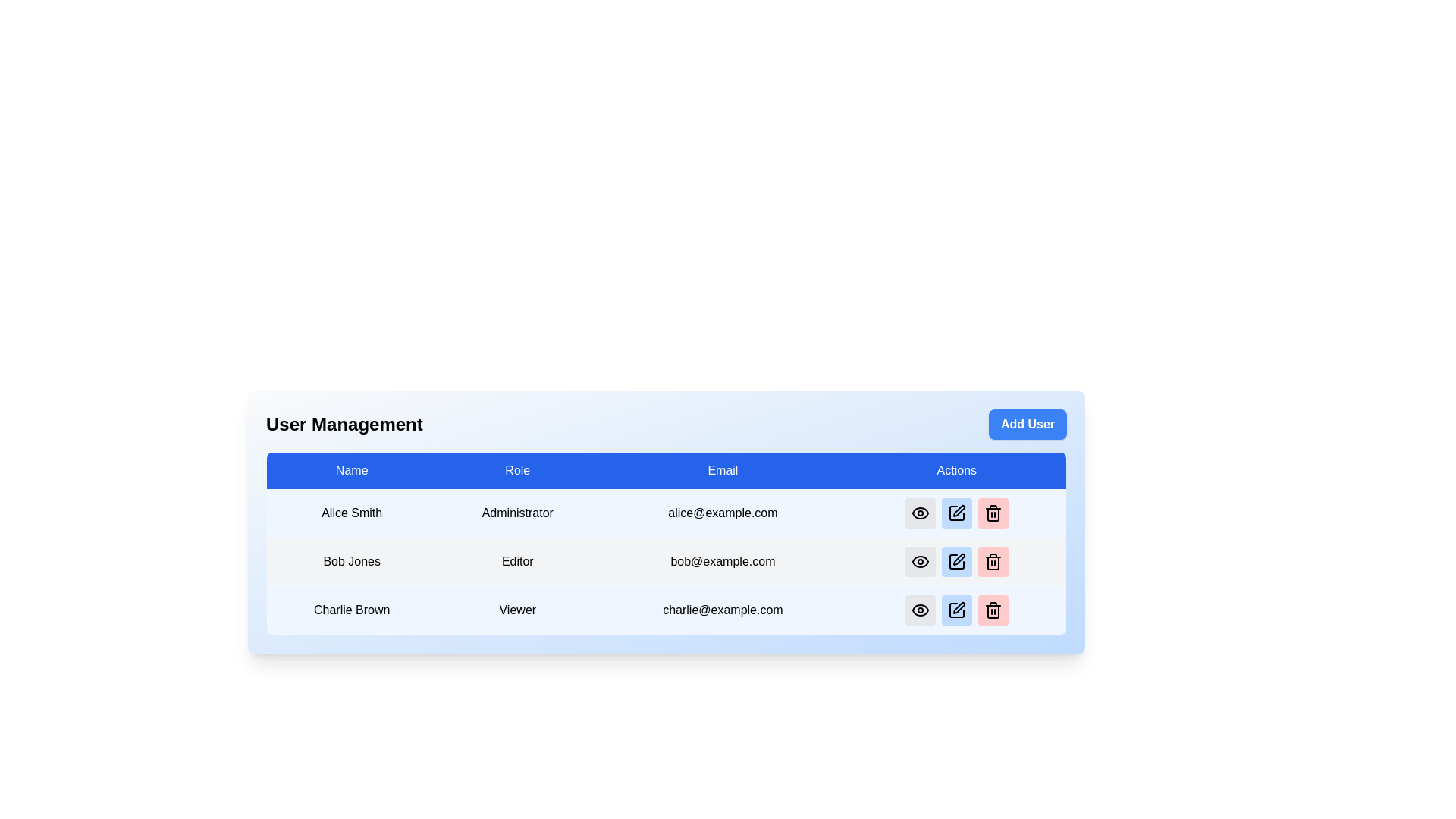 Image resolution: width=1456 pixels, height=819 pixels. What do you see at coordinates (350, 513) in the screenshot?
I see `the text label displaying 'Alice Smith', which is the first entry in the 'Name' column of the table` at bounding box center [350, 513].